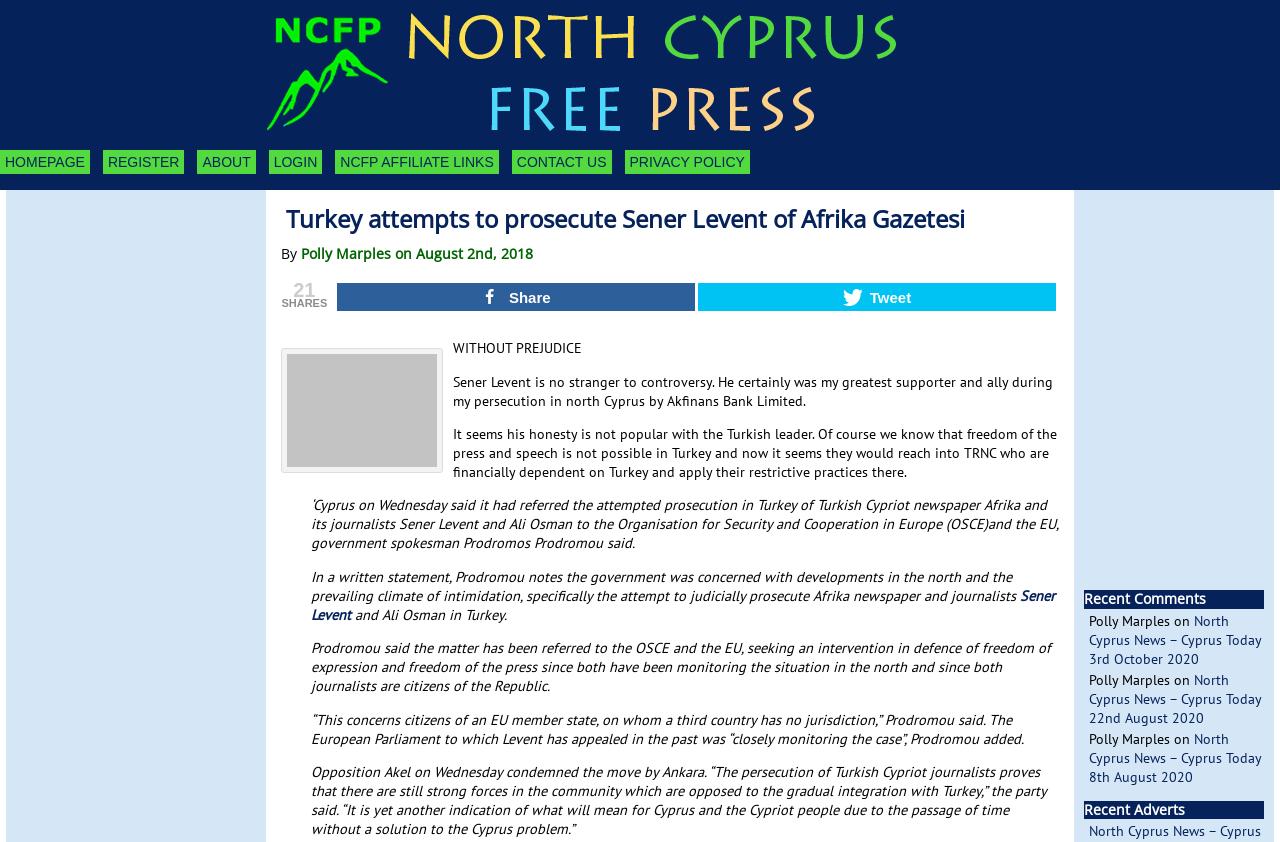 This screenshot has width=1280, height=842. What do you see at coordinates (141, 161) in the screenshot?
I see `'Register'` at bounding box center [141, 161].